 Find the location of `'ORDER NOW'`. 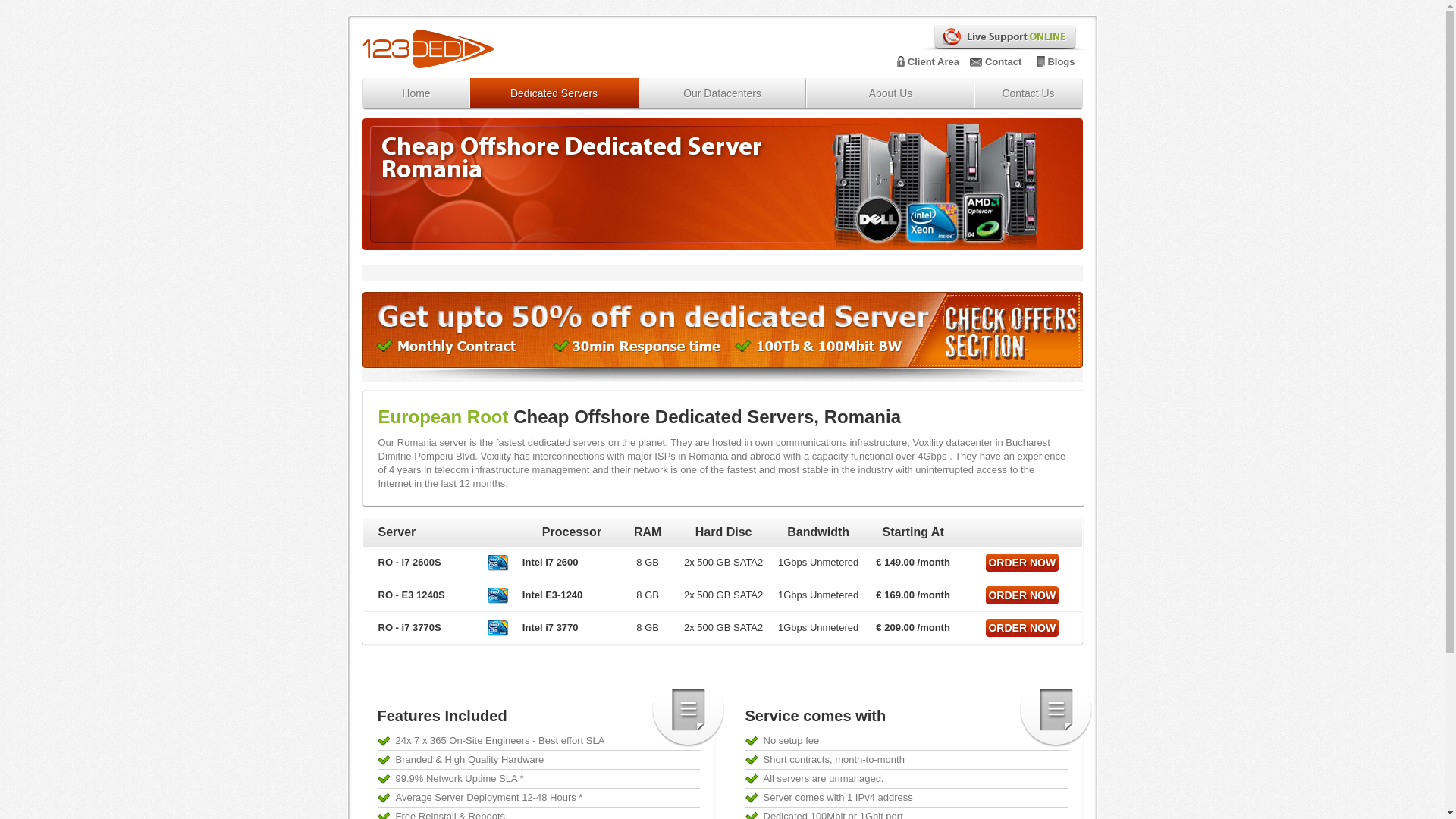

'ORDER NOW' is located at coordinates (986, 562).